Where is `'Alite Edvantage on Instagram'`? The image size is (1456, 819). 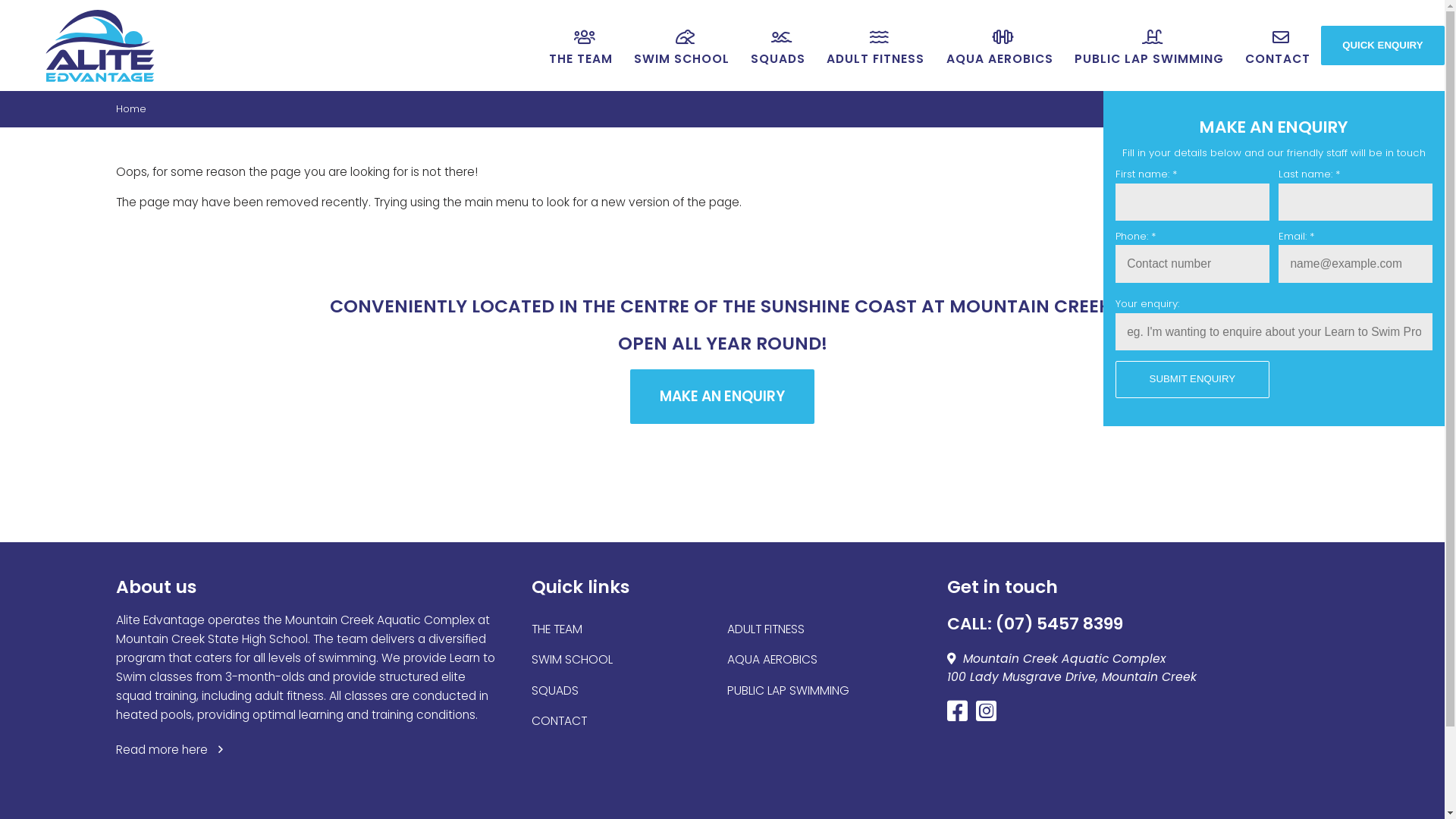
'Alite Edvantage on Instagram' is located at coordinates (989, 715).